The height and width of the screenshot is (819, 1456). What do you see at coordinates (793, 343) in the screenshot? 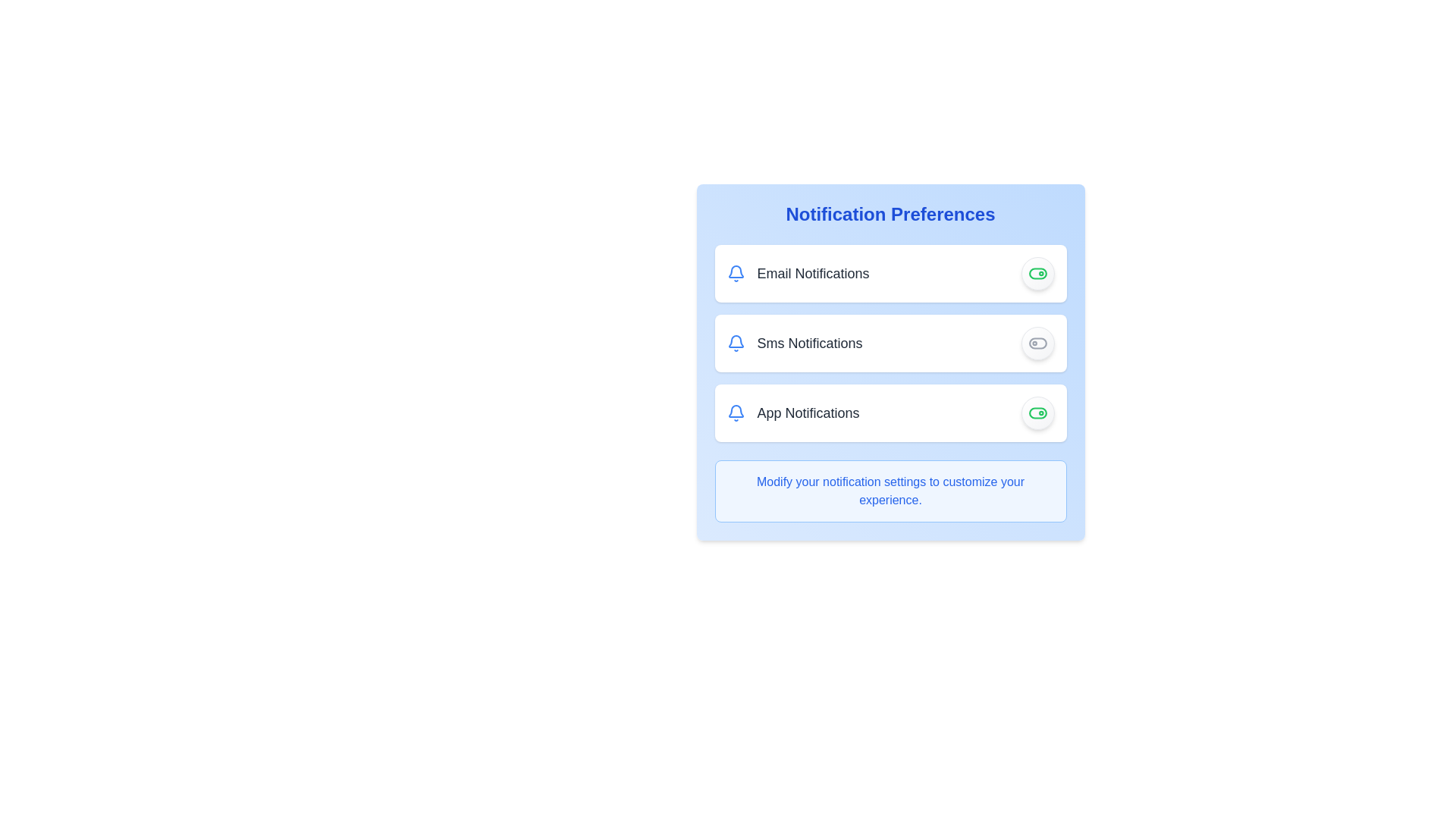
I see `'Sms Notifications' label element, which features a bell icon colored blue, located in the 'Notification Preferences' section, below 'Email Notifications'` at bounding box center [793, 343].